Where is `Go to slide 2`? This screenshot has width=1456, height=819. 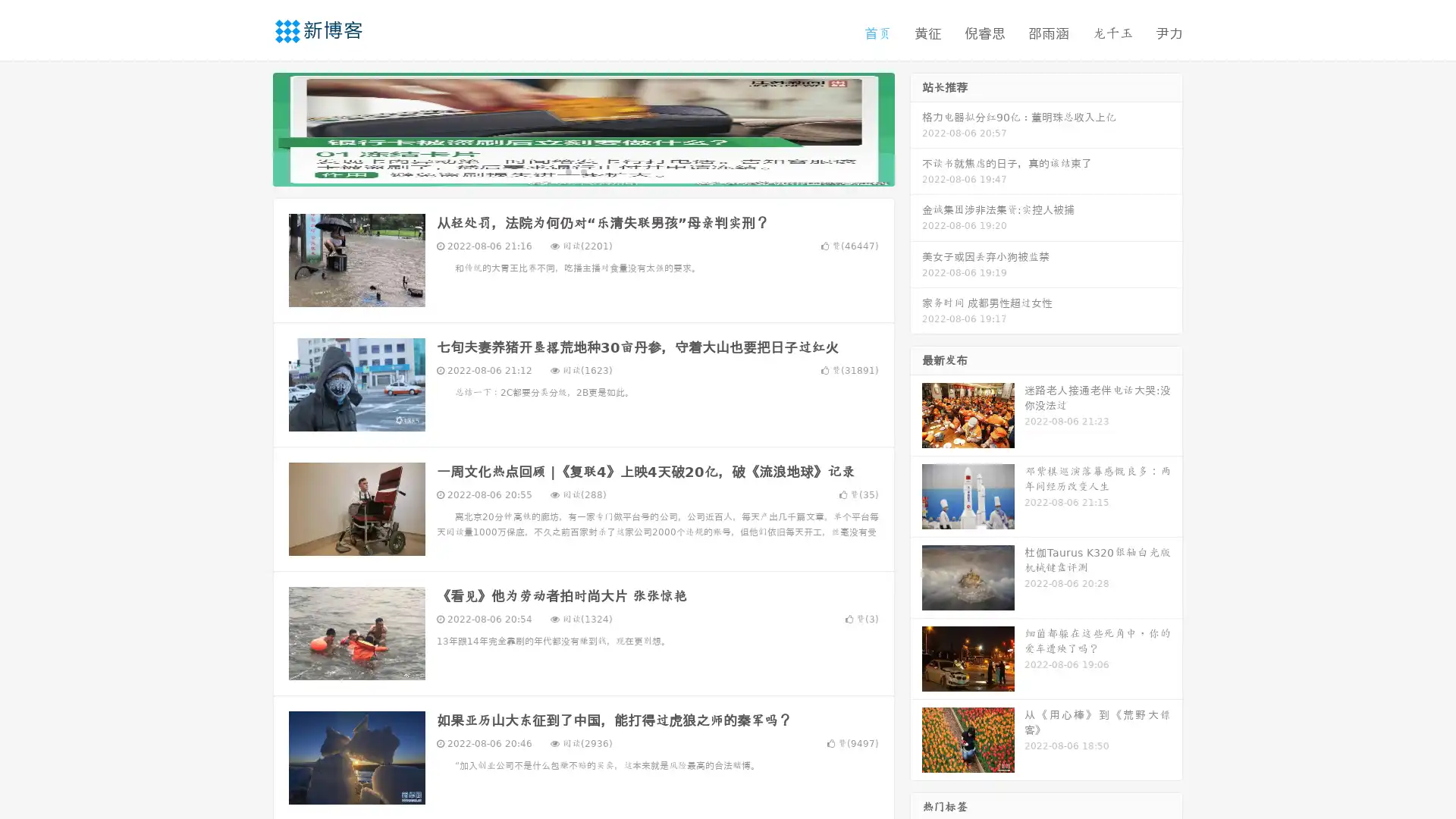
Go to slide 2 is located at coordinates (582, 171).